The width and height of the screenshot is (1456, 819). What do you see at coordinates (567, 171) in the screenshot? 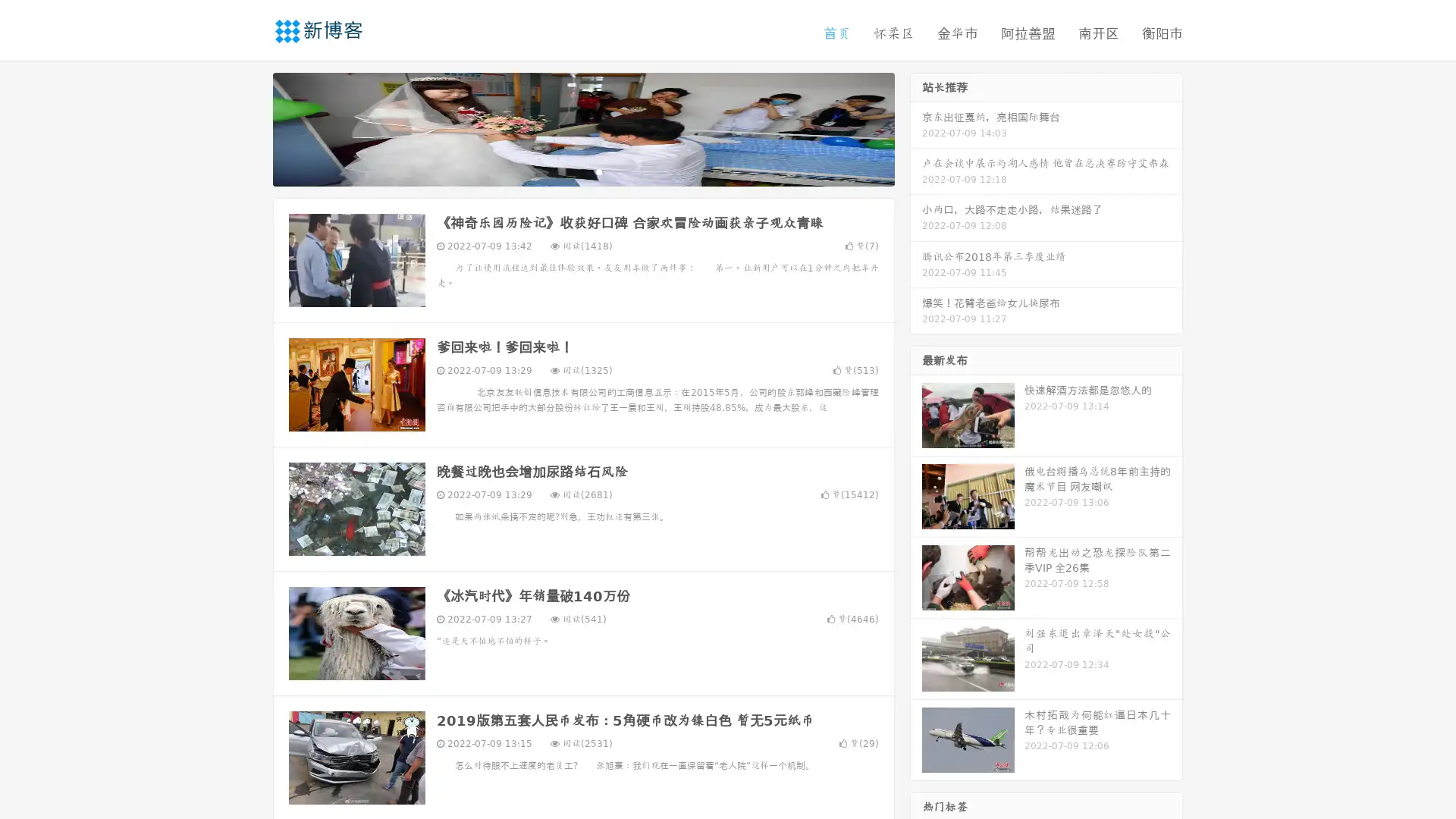
I see `Go to slide 1` at bounding box center [567, 171].